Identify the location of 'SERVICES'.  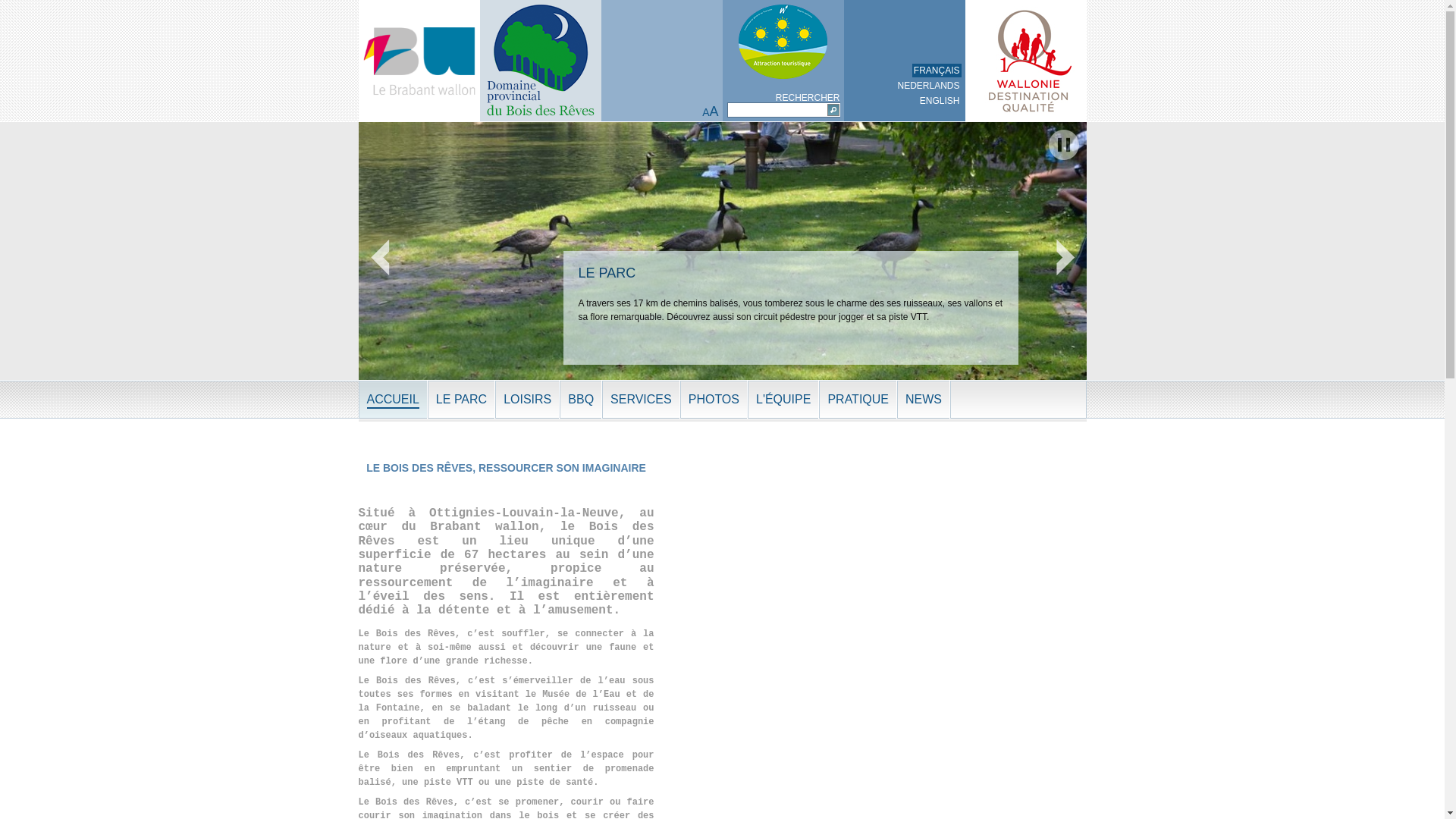
(641, 399).